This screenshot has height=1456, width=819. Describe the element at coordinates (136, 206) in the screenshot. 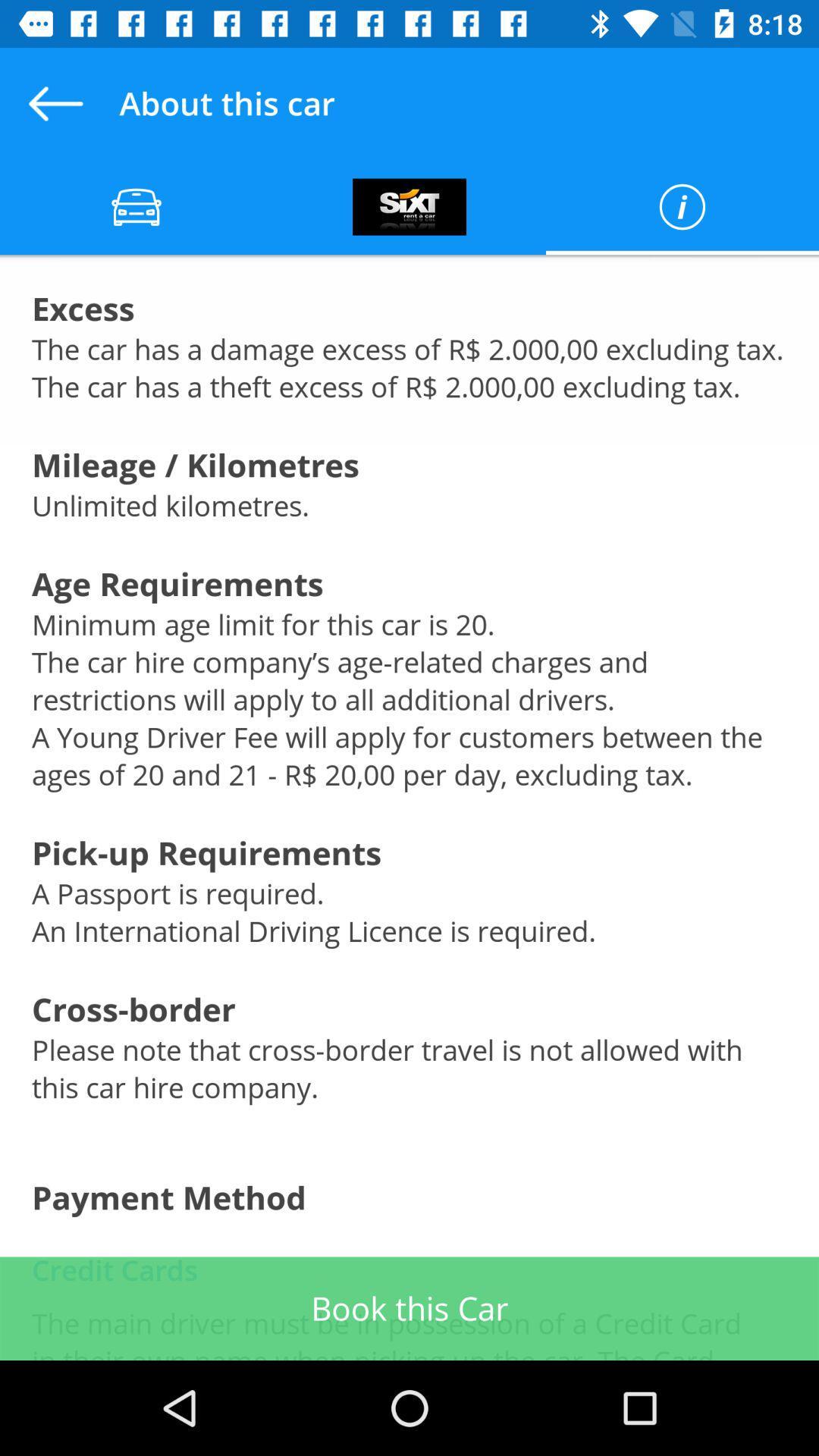

I see `the car image in the page` at that location.